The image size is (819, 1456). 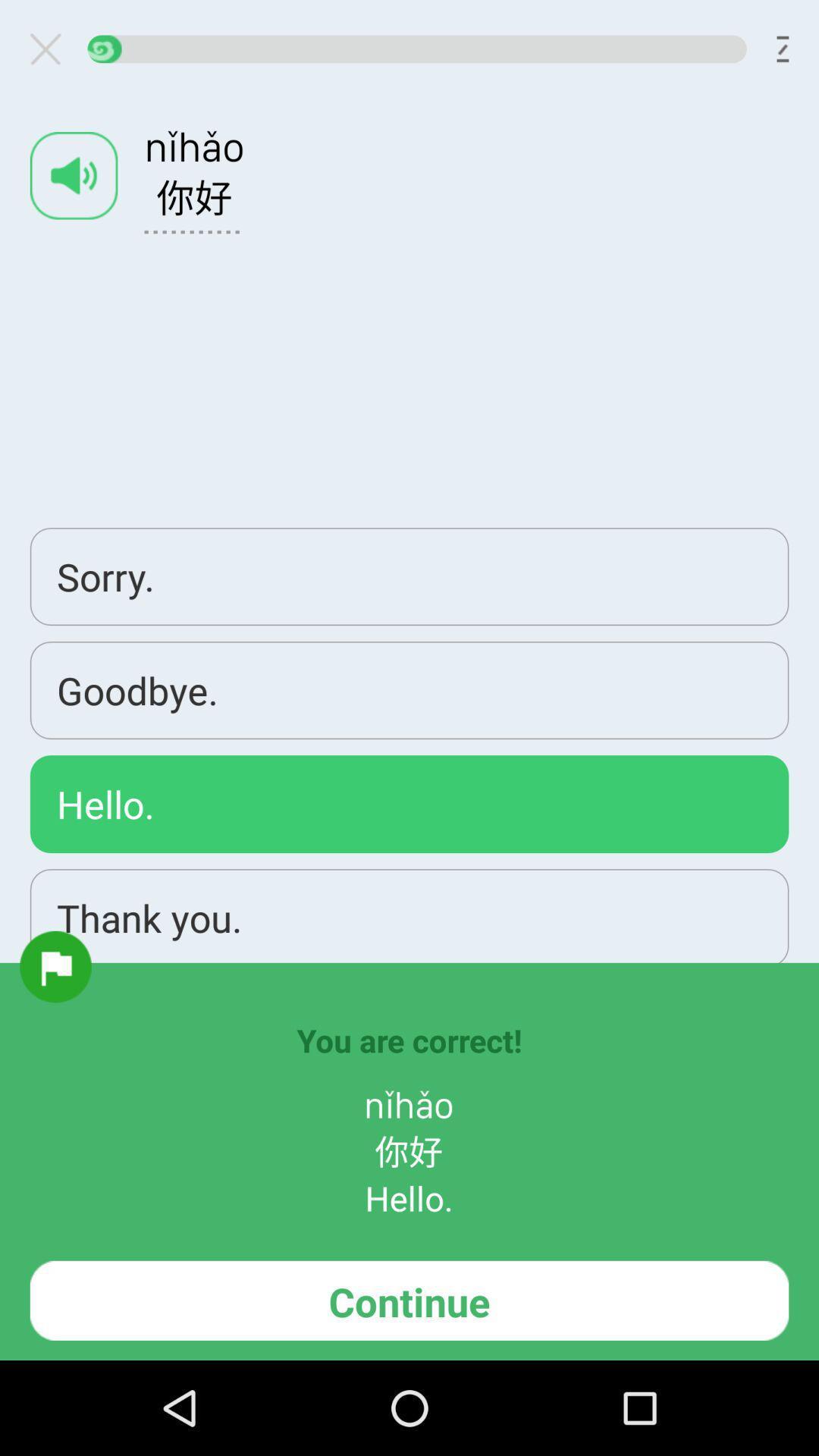 What do you see at coordinates (74, 175) in the screenshot?
I see `app above the sorry.` at bounding box center [74, 175].